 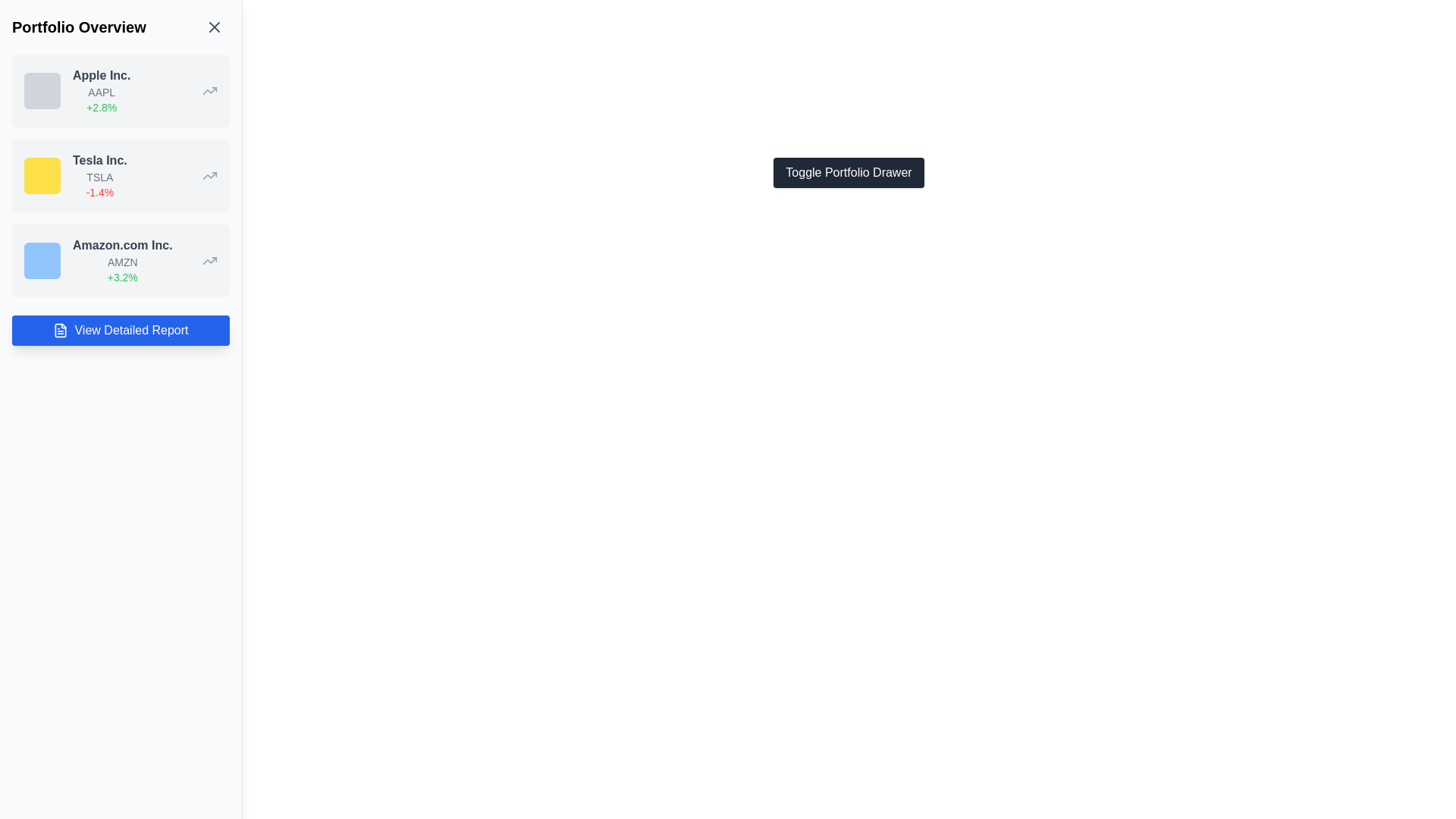 What do you see at coordinates (122, 245) in the screenshot?
I see `text element displaying the company name 'Amazon.com Inc.' located in the third row of the portfolio overview section in the left panel, above the ticker symbol 'AMZN' and the percentage '+3.2%` at bounding box center [122, 245].